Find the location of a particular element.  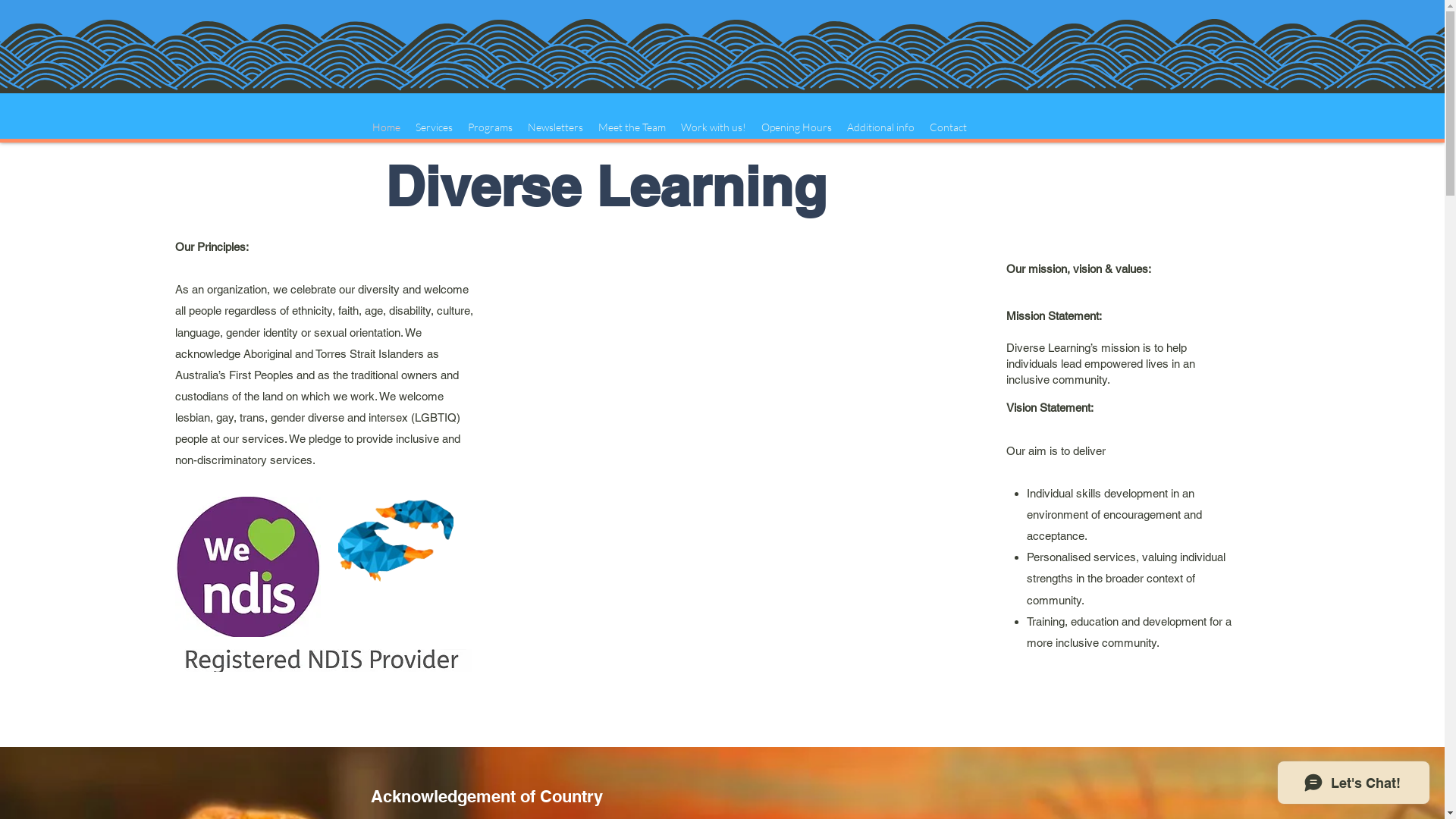

'Opening Hours' is located at coordinates (795, 127).